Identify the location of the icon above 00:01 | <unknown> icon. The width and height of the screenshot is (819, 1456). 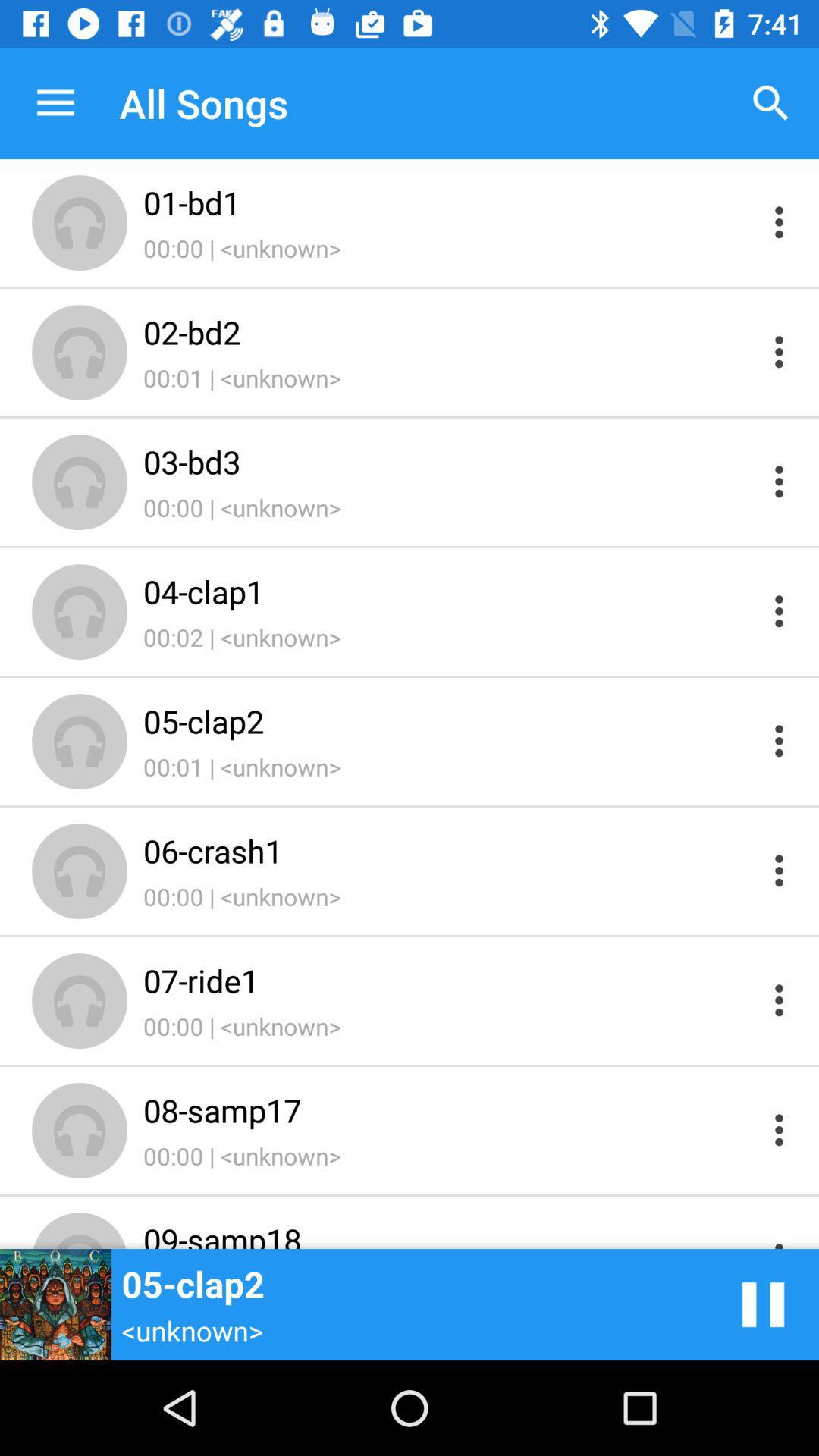
(448, 331).